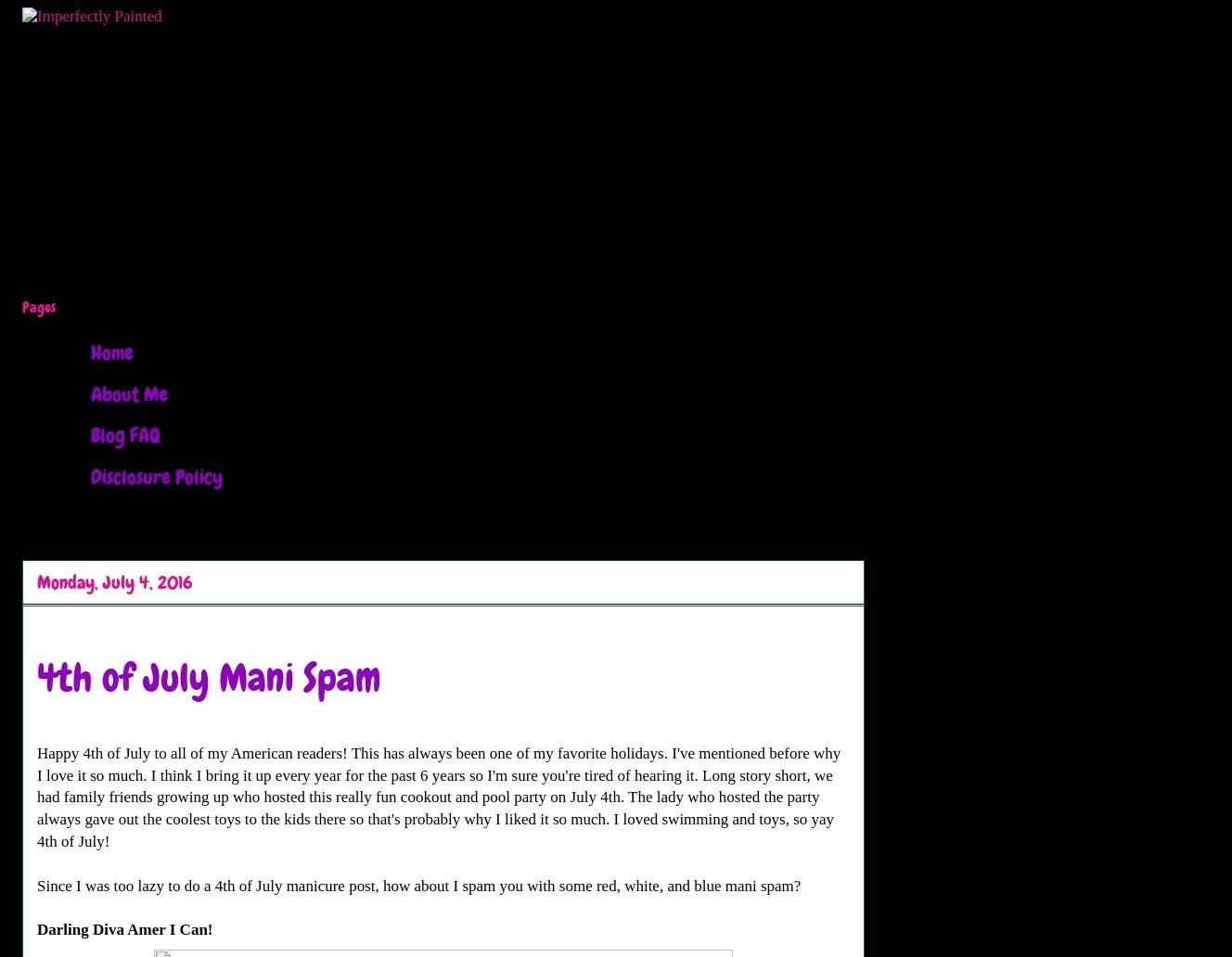 The height and width of the screenshot is (957, 1232). Describe the element at coordinates (114, 581) in the screenshot. I see `'Monday, July 4, 2016'` at that location.